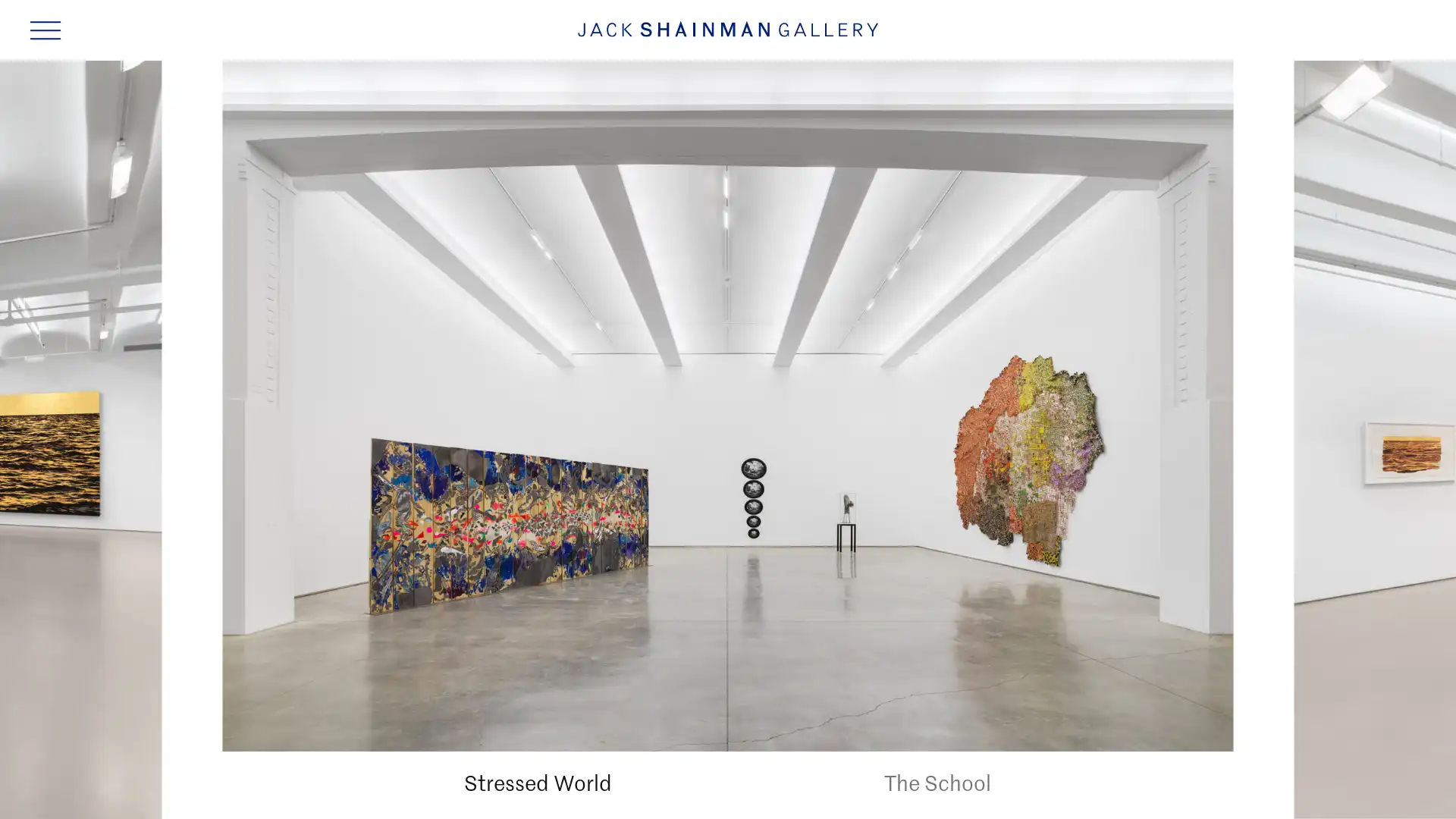  I want to click on SKIP TO MAIN CONTENT, so click(165, 30).